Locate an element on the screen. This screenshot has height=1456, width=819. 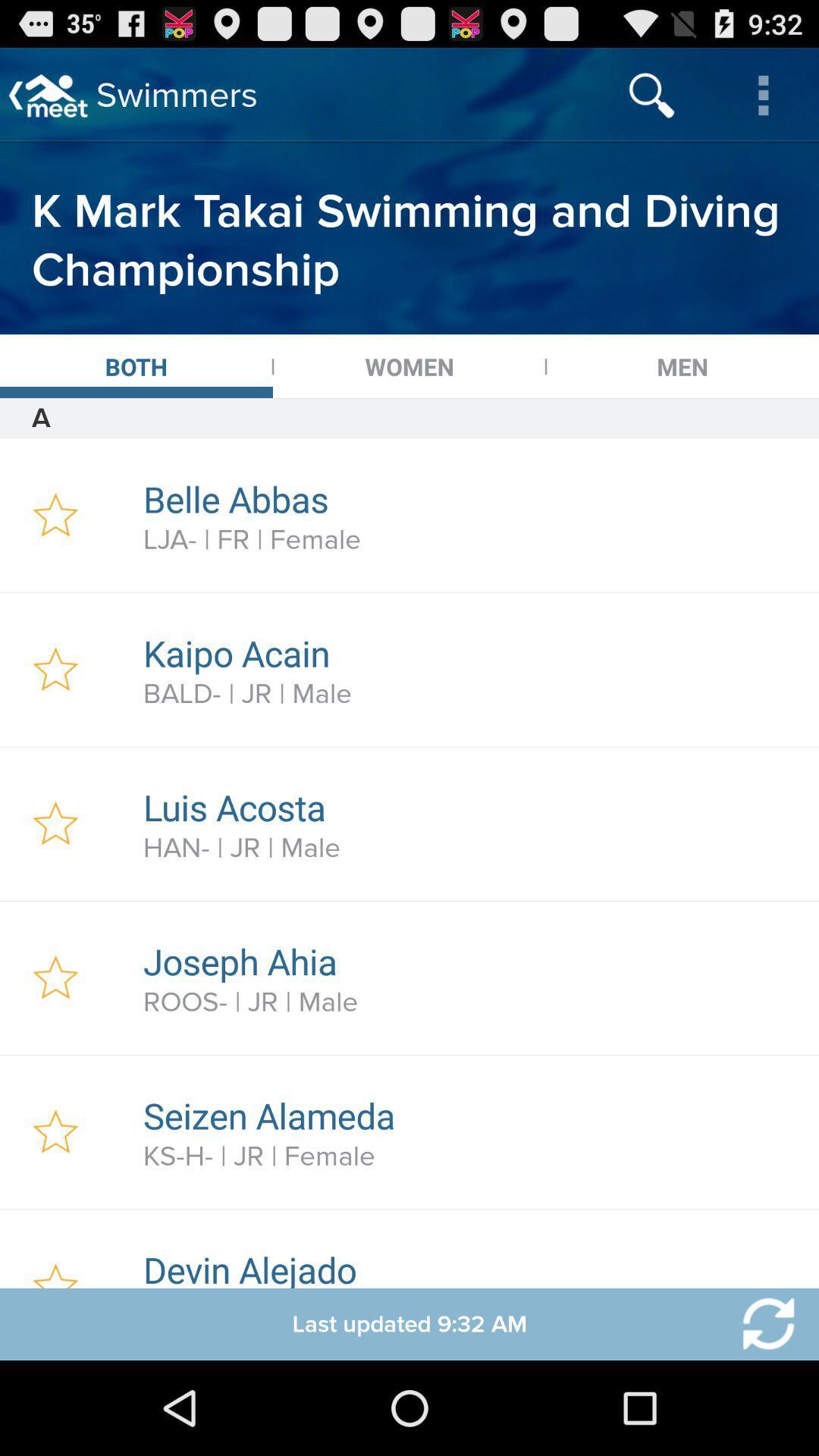
option is located at coordinates (759, 1323).